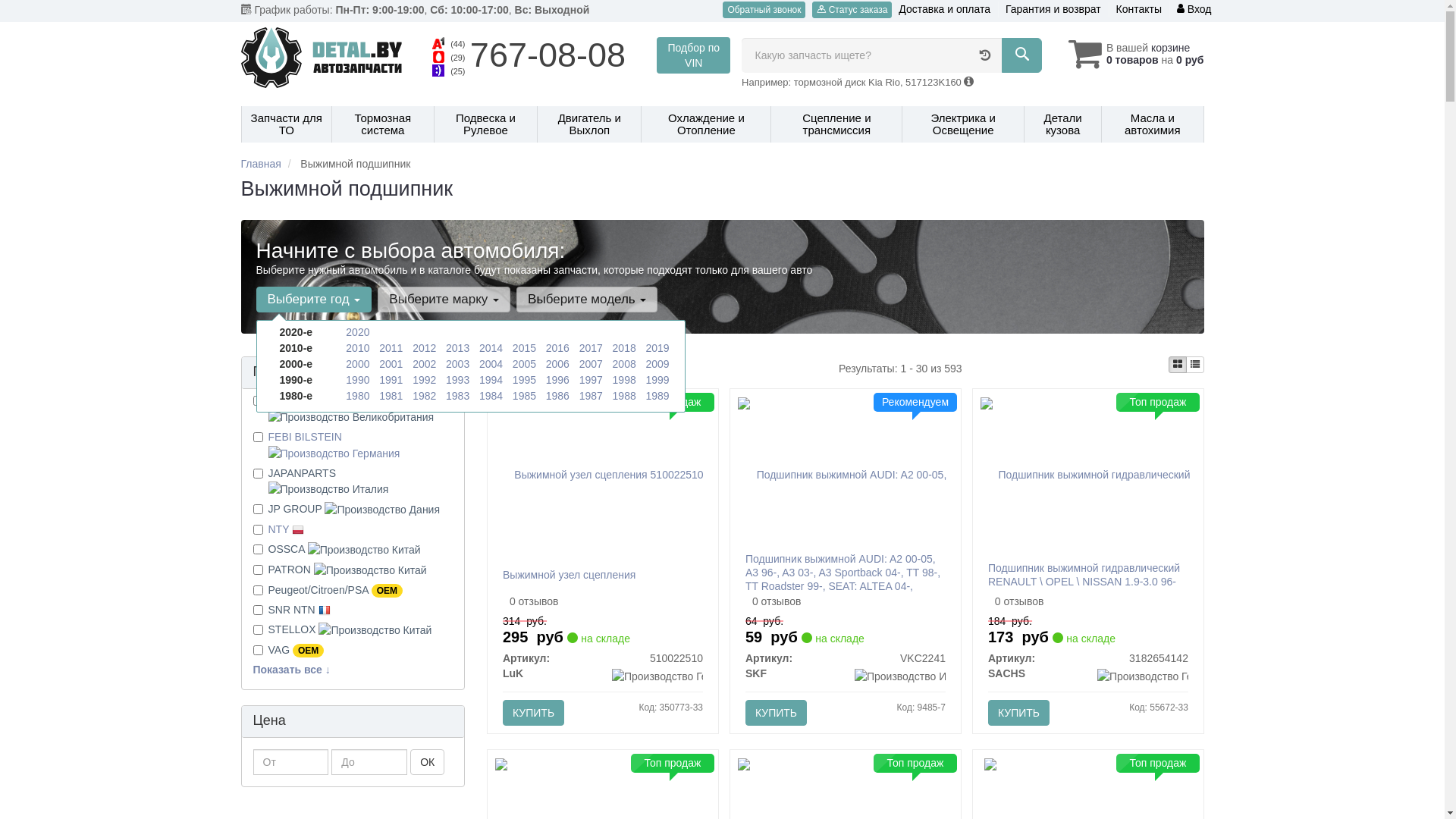  Describe the element at coordinates (479, 394) in the screenshot. I see `'1984'` at that location.